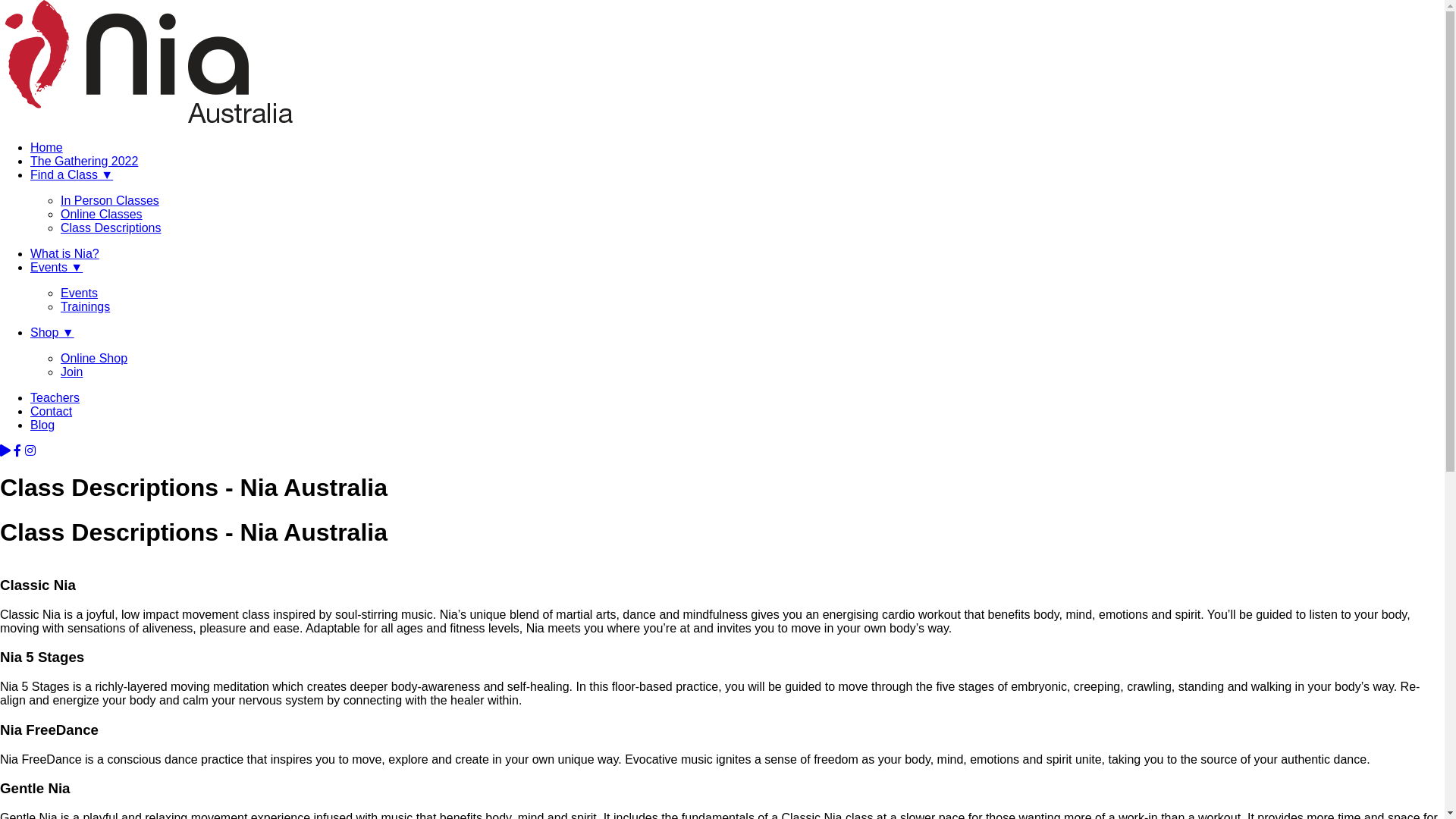 This screenshot has width=1456, height=819. What do you see at coordinates (30, 161) in the screenshot?
I see `'The Gathering 2022'` at bounding box center [30, 161].